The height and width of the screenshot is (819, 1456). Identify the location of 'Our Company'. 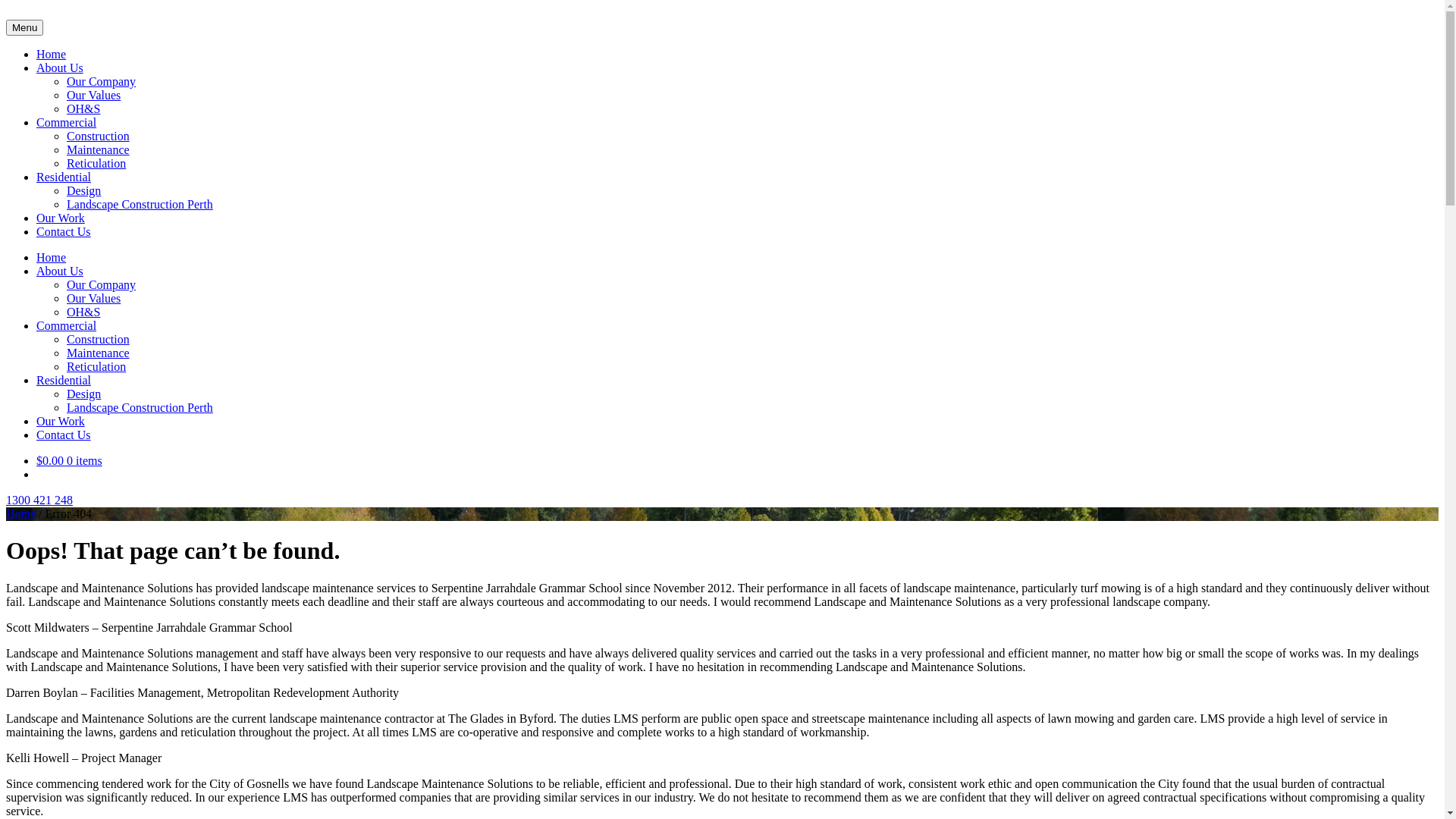
(65, 81).